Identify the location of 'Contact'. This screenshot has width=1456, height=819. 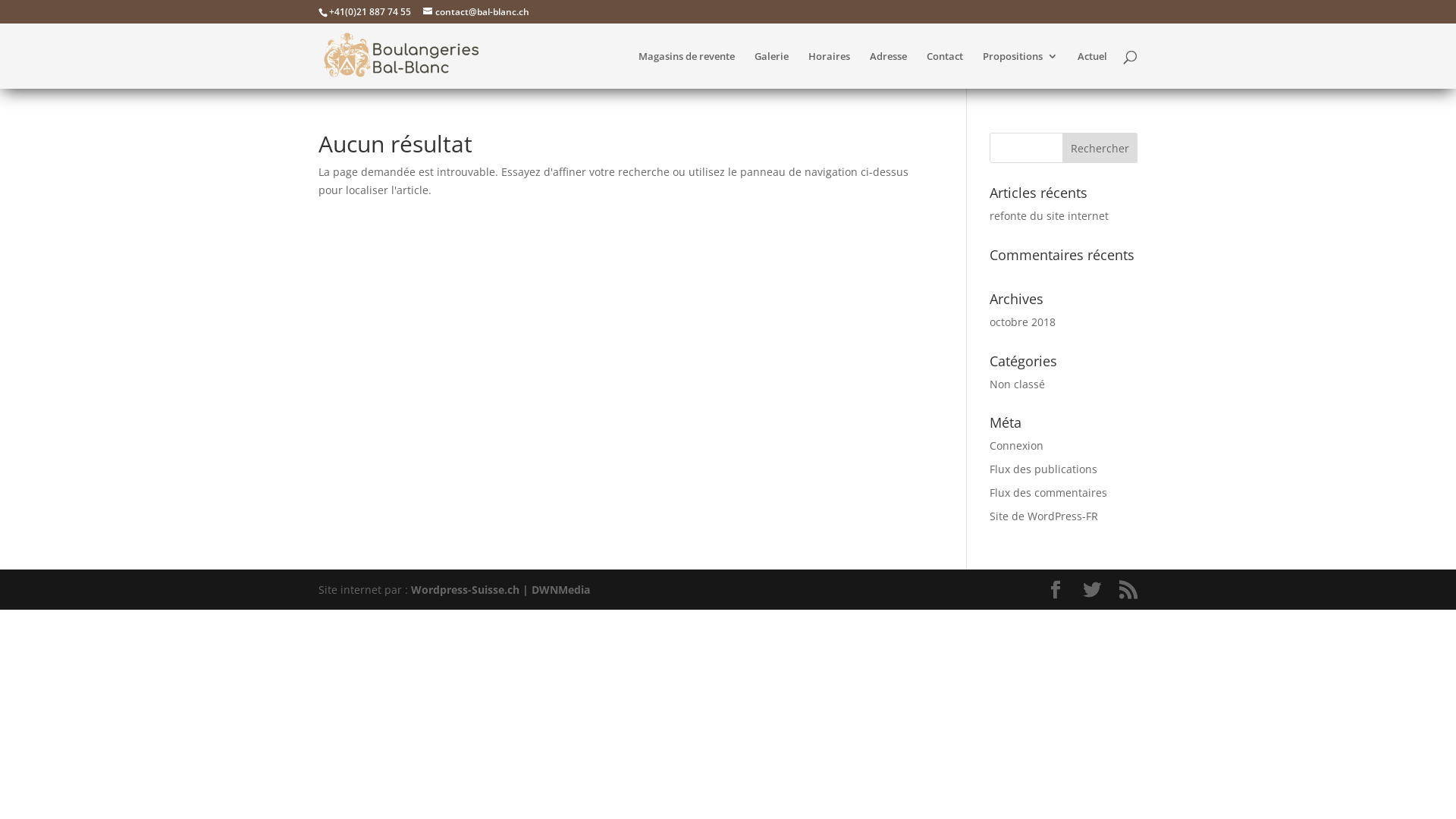
(944, 70).